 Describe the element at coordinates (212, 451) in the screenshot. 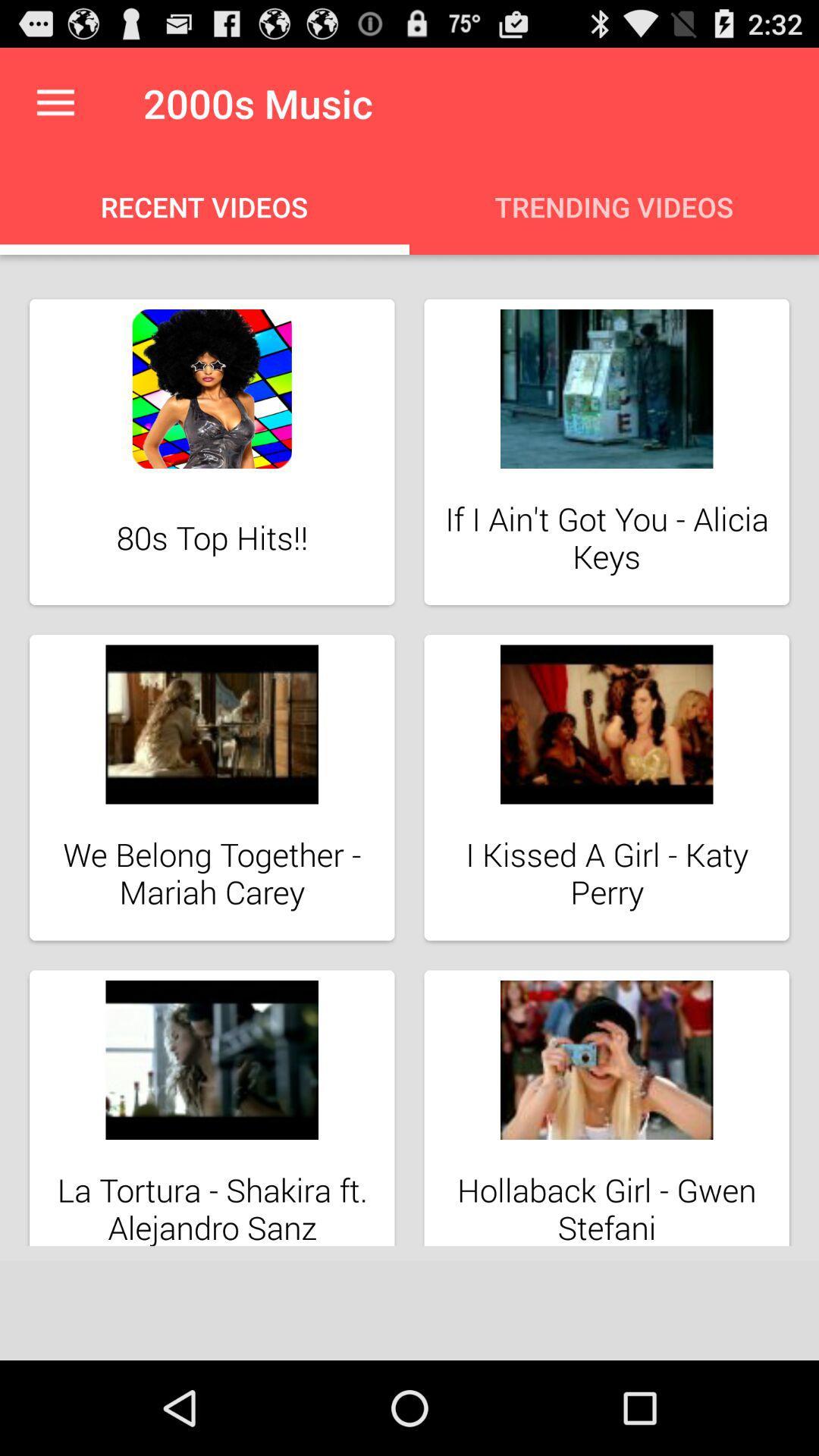

I see `the first option in recent videos` at that location.